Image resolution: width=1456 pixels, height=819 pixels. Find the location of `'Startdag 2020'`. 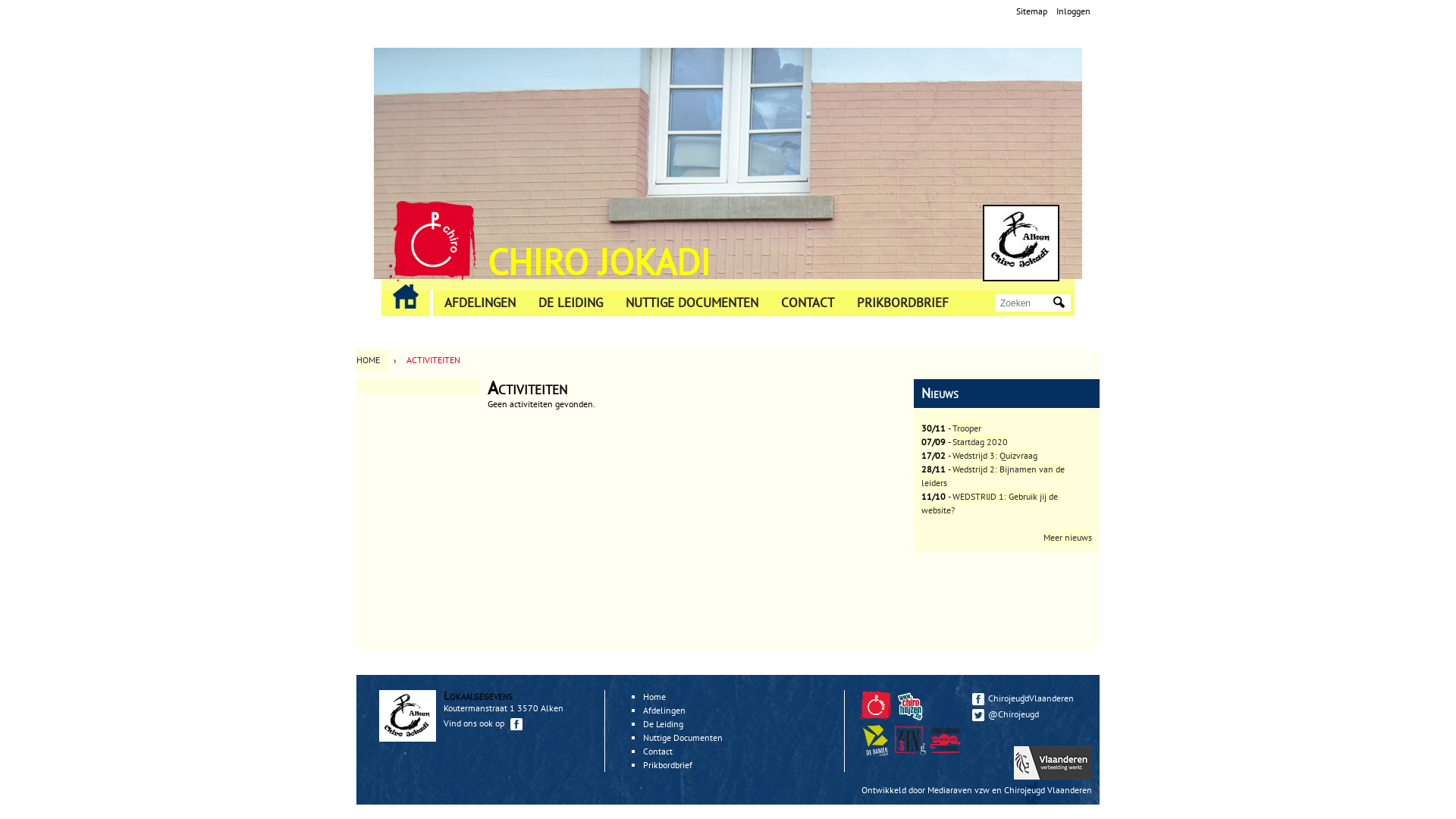

'Startdag 2020' is located at coordinates (980, 441).